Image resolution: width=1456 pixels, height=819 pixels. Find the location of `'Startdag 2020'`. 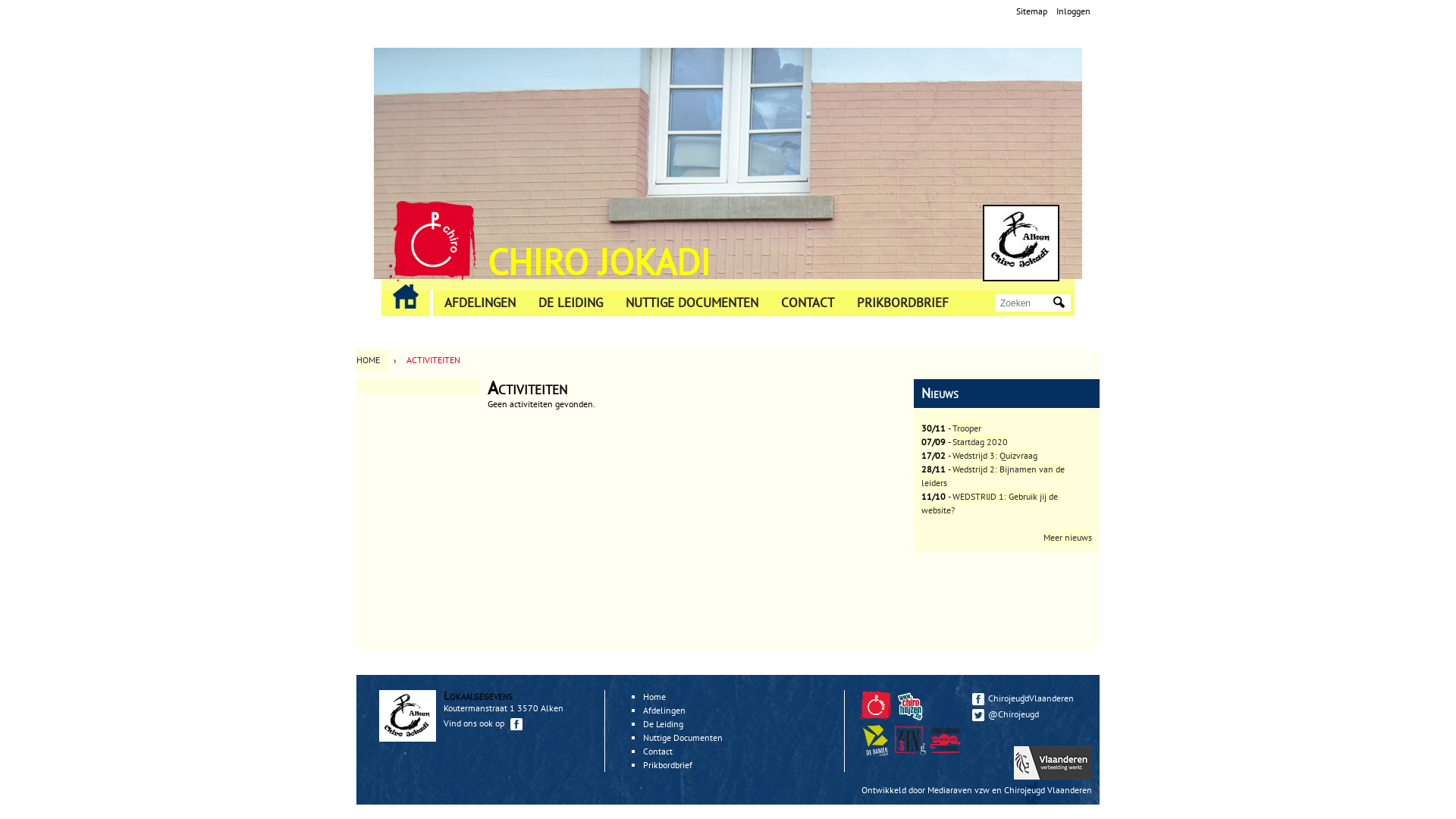

'Startdag 2020' is located at coordinates (980, 441).